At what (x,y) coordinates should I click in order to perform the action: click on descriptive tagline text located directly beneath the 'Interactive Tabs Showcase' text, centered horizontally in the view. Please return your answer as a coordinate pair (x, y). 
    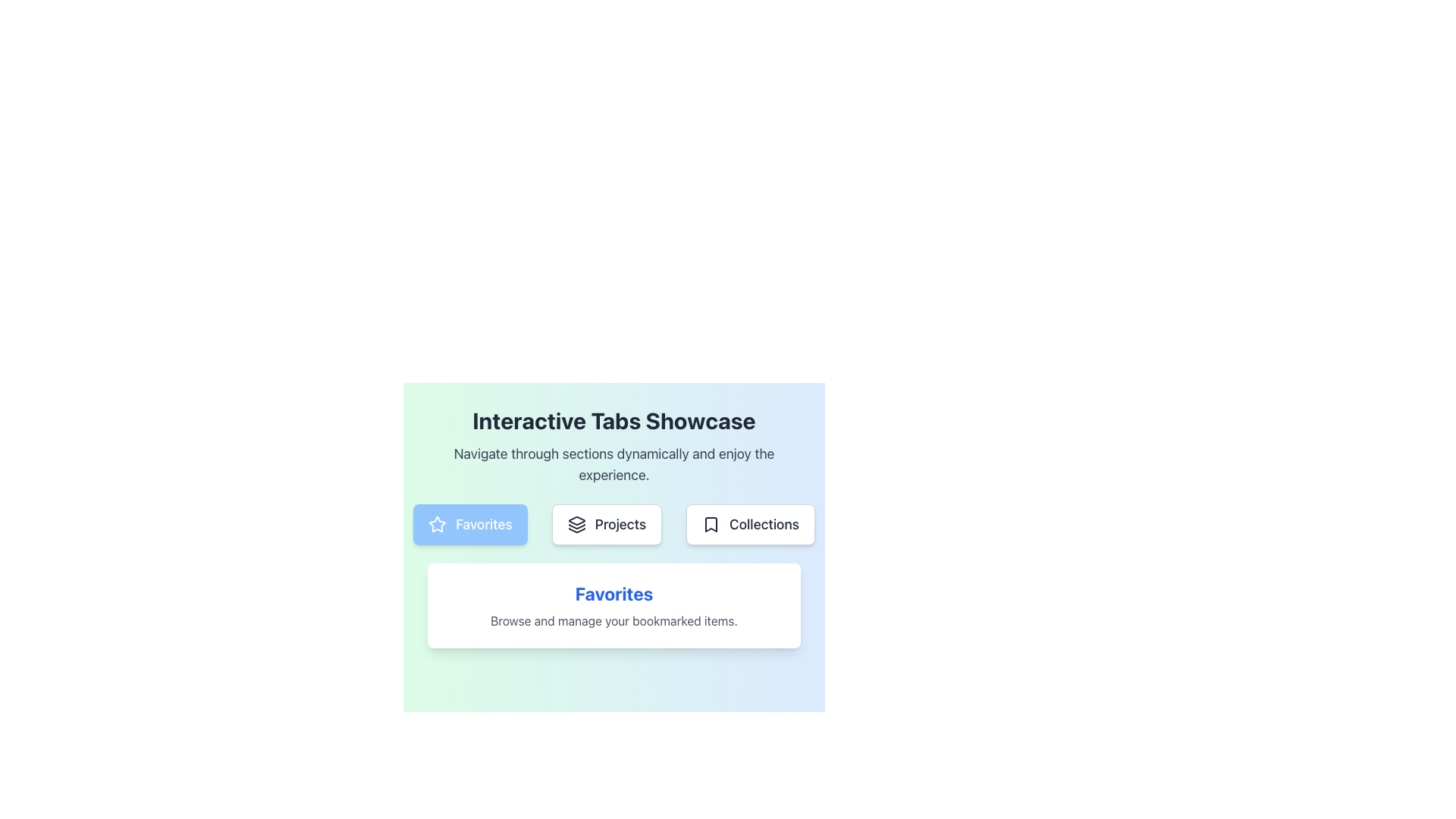
    Looking at the image, I should click on (614, 464).